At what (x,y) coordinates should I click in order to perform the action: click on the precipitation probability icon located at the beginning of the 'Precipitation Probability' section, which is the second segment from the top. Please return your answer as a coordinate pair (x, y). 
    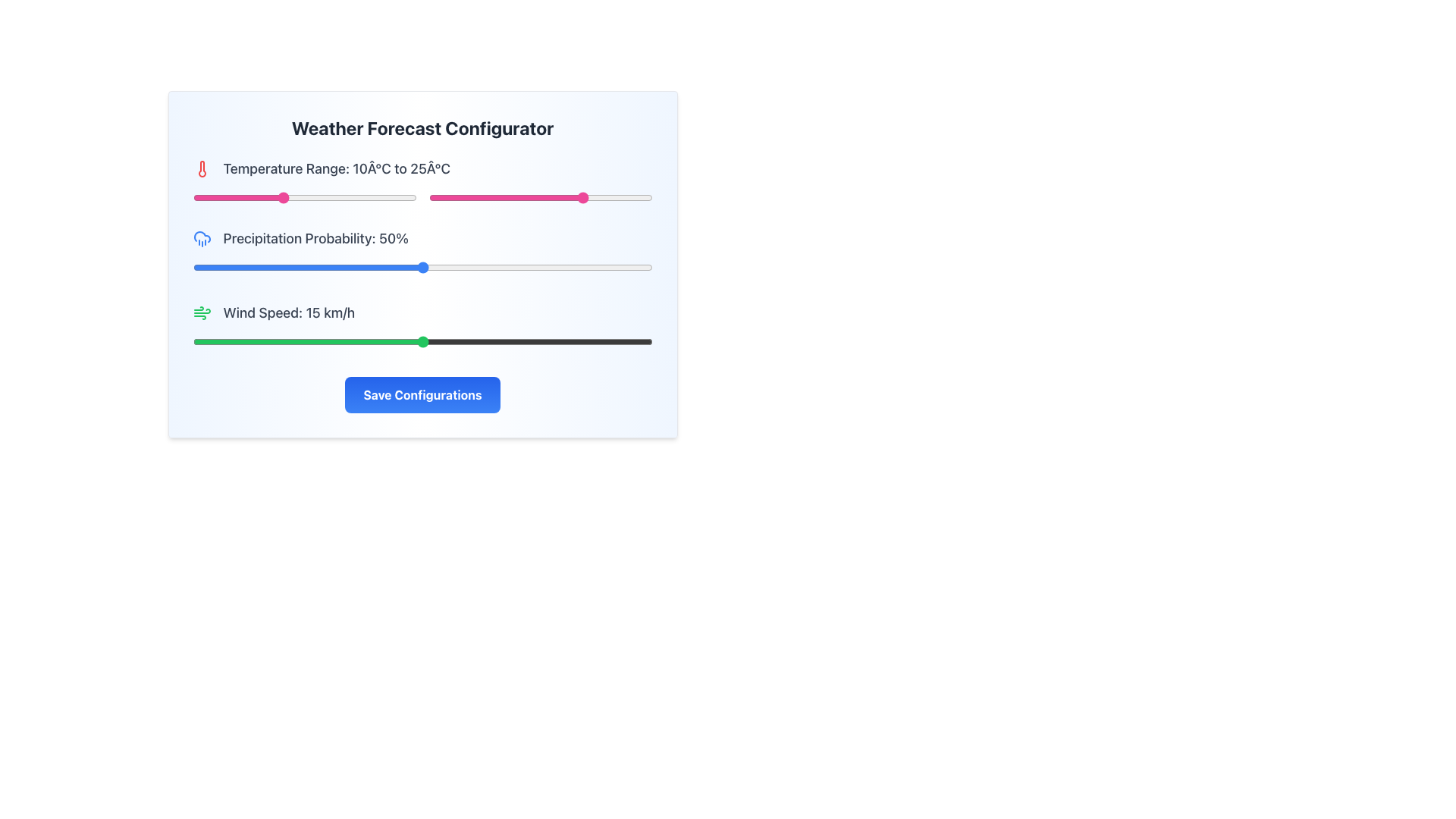
    Looking at the image, I should click on (201, 239).